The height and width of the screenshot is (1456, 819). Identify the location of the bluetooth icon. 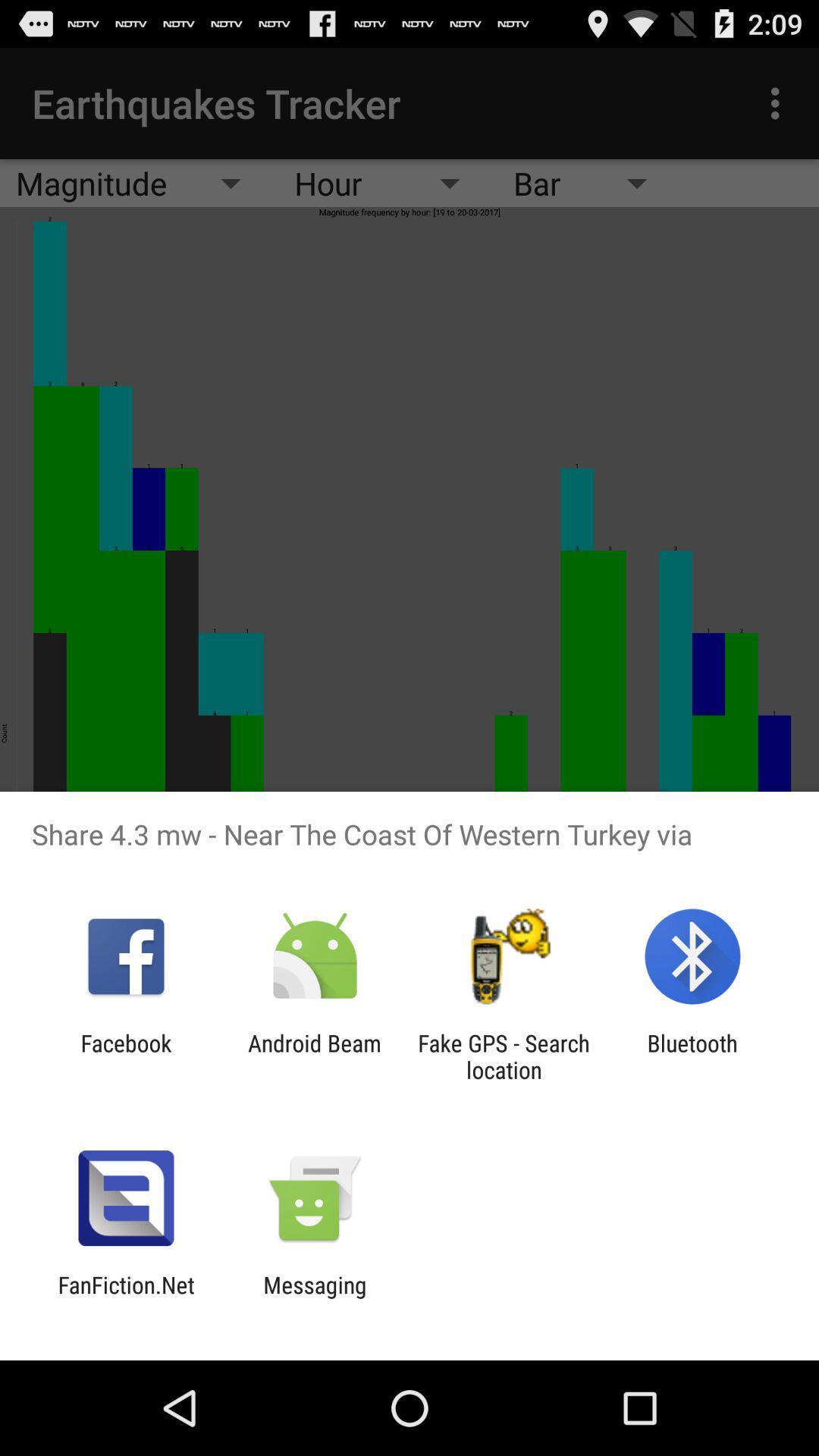
(692, 1056).